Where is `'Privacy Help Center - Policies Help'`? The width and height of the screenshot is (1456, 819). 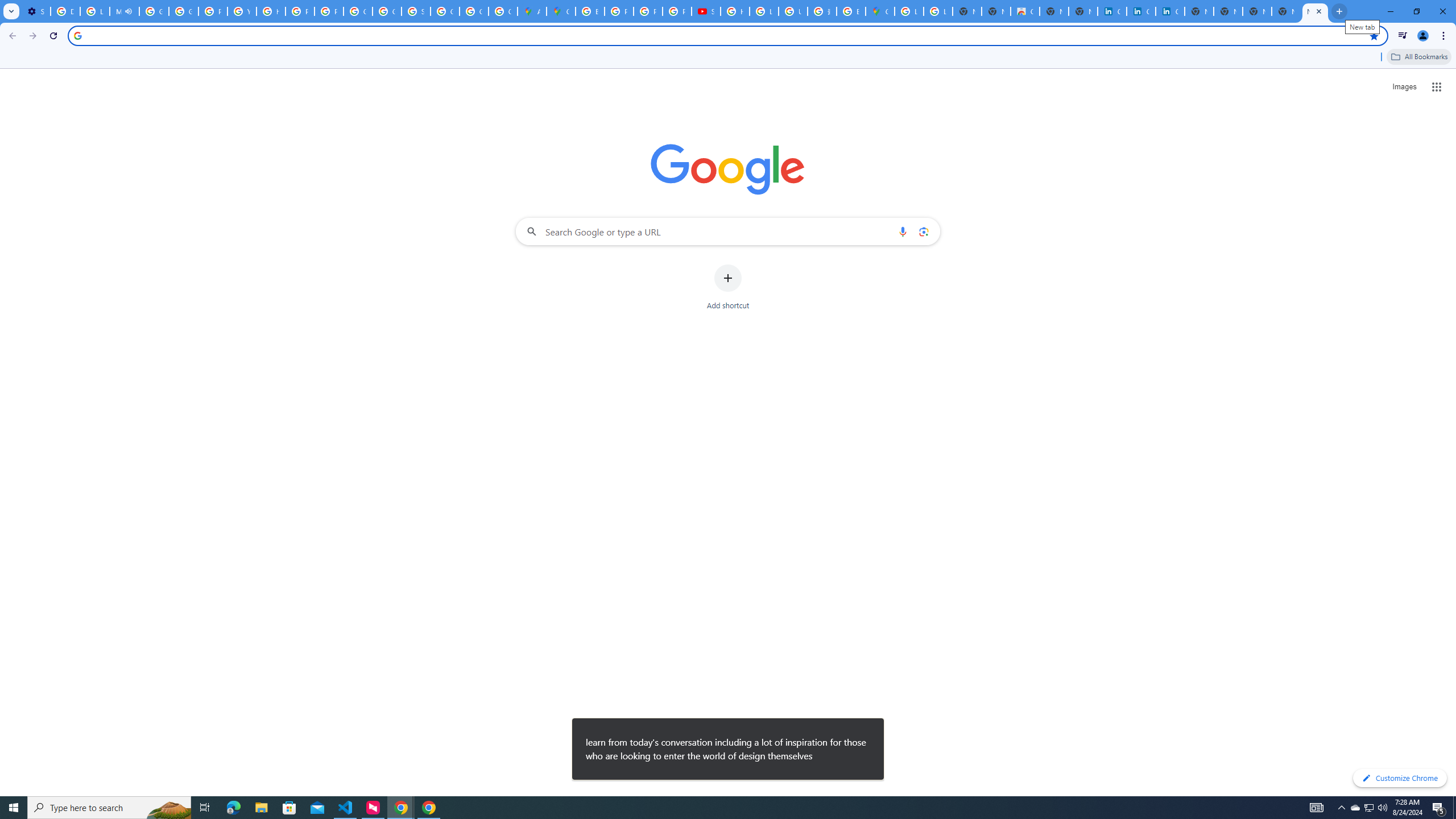
'Privacy Help Center - Policies Help' is located at coordinates (619, 11).